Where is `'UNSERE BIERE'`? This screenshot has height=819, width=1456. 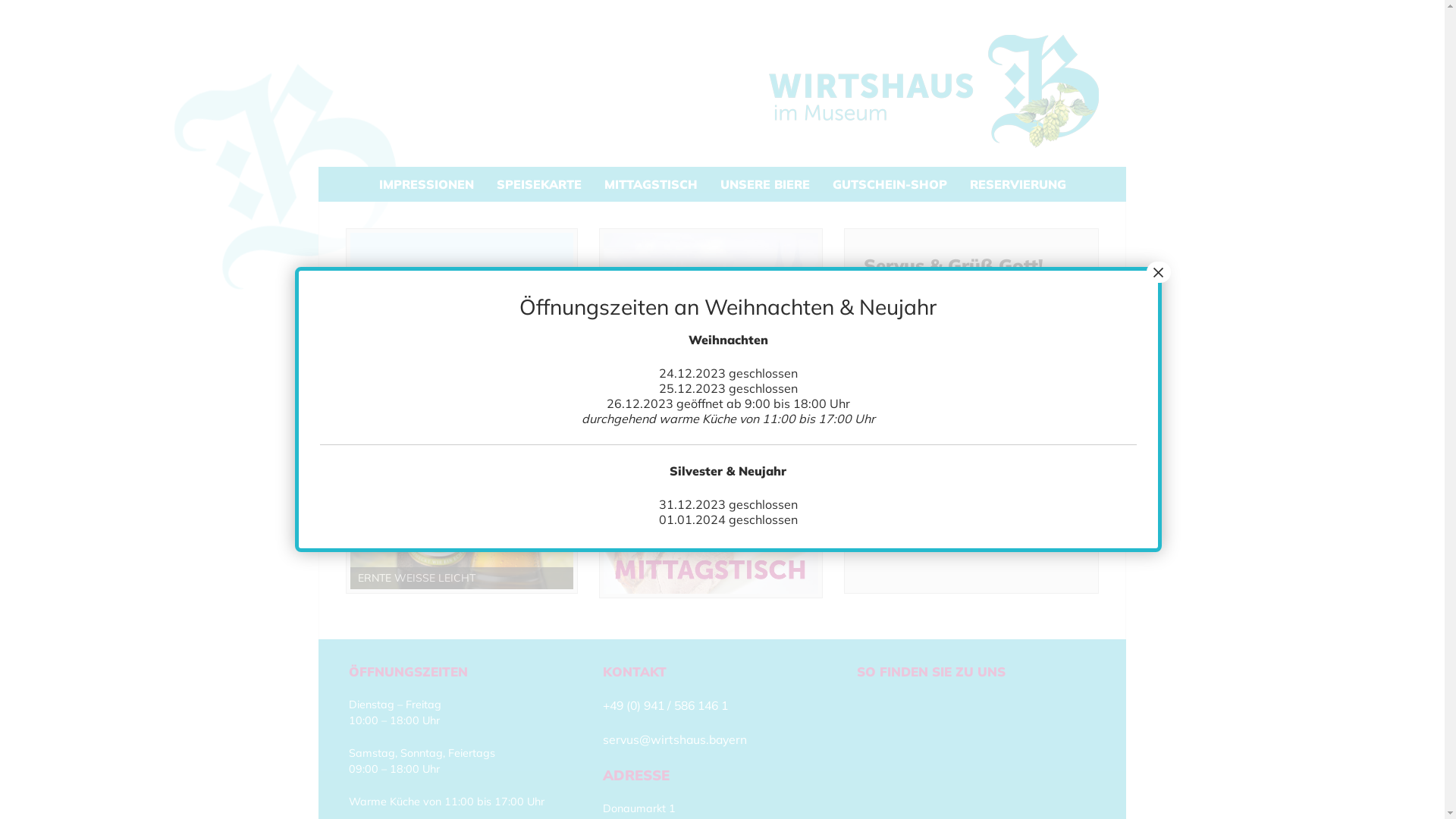 'UNSERE BIERE' is located at coordinates (764, 184).